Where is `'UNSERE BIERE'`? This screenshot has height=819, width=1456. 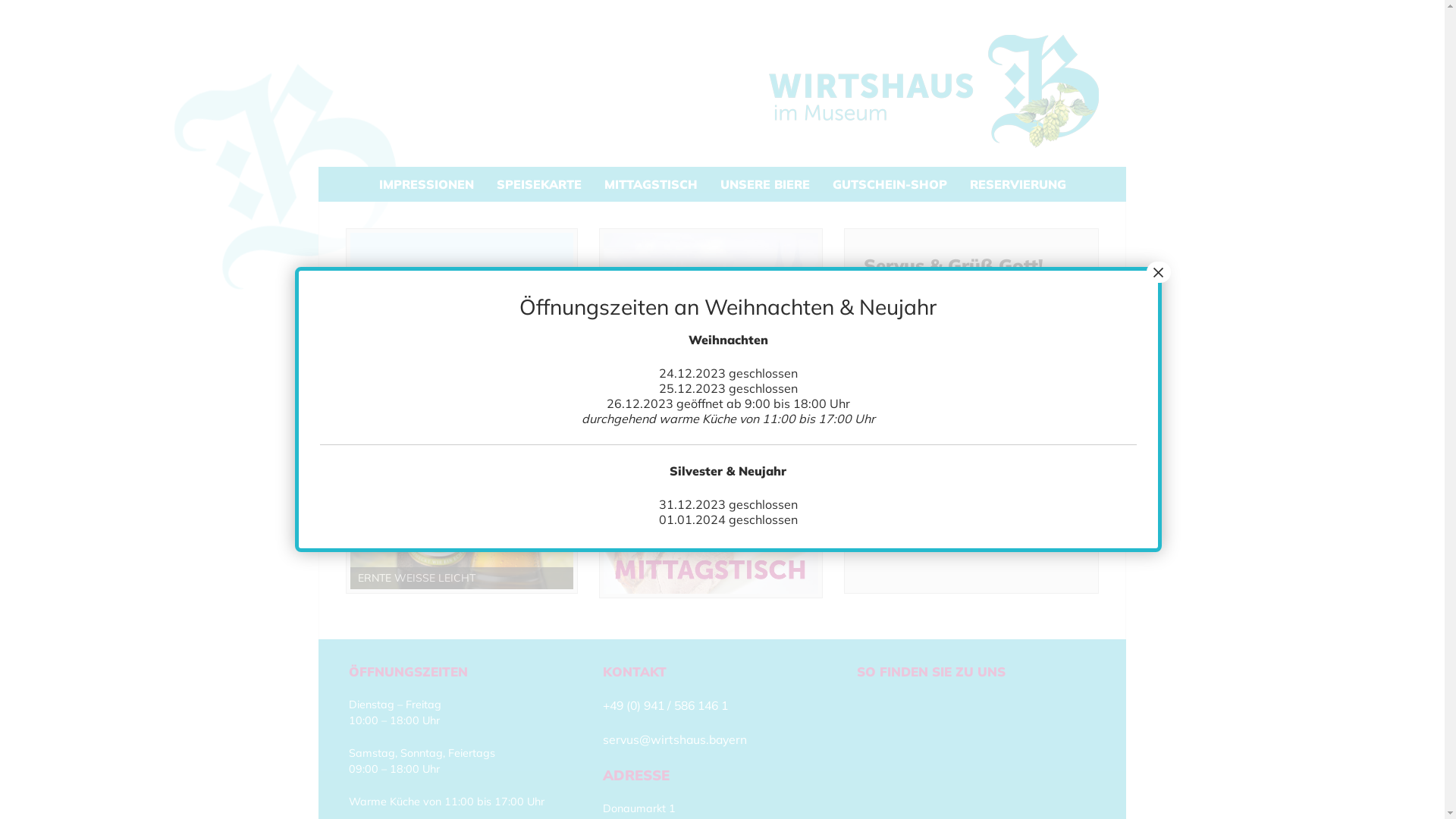 'UNSERE BIERE' is located at coordinates (764, 184).